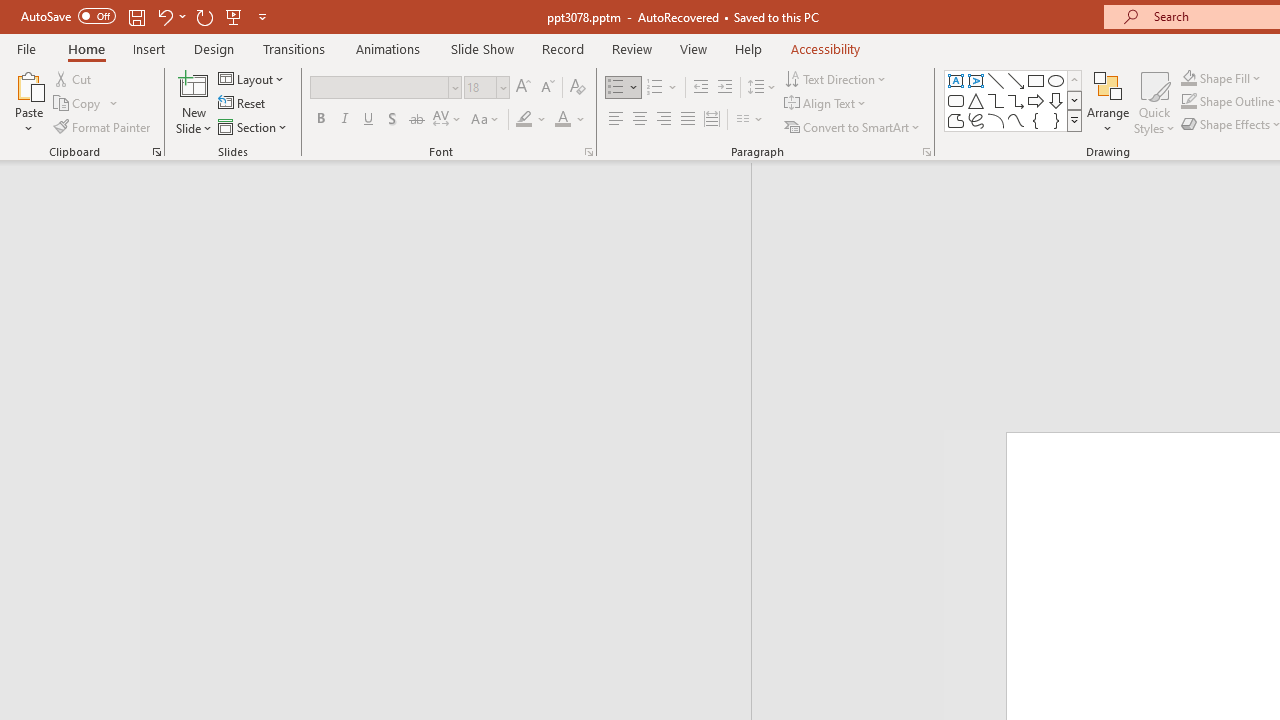  What do you see at coordinates (253, 127) in the screenshot?
I see `'Section'` at bounding box center [253, 127].